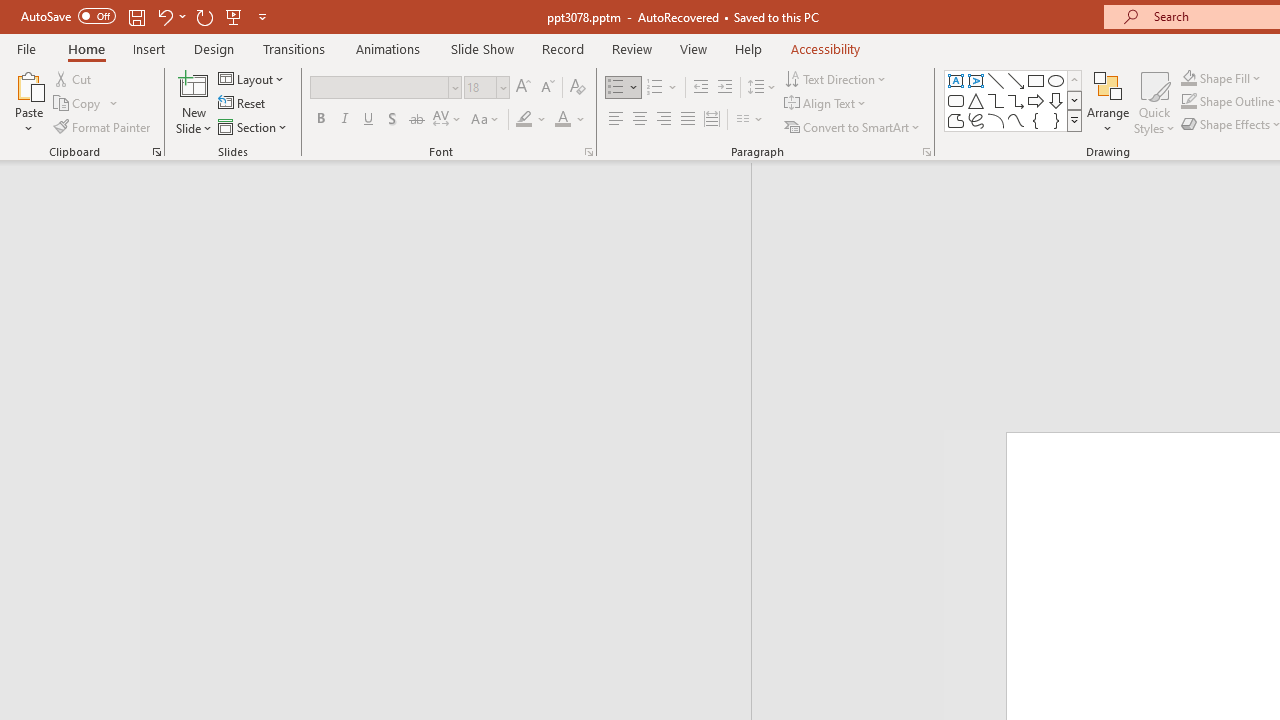  What do you see at coordinates (253, 127) in the screenshot?
I see `'Section'` at bounding box center [253, 127].